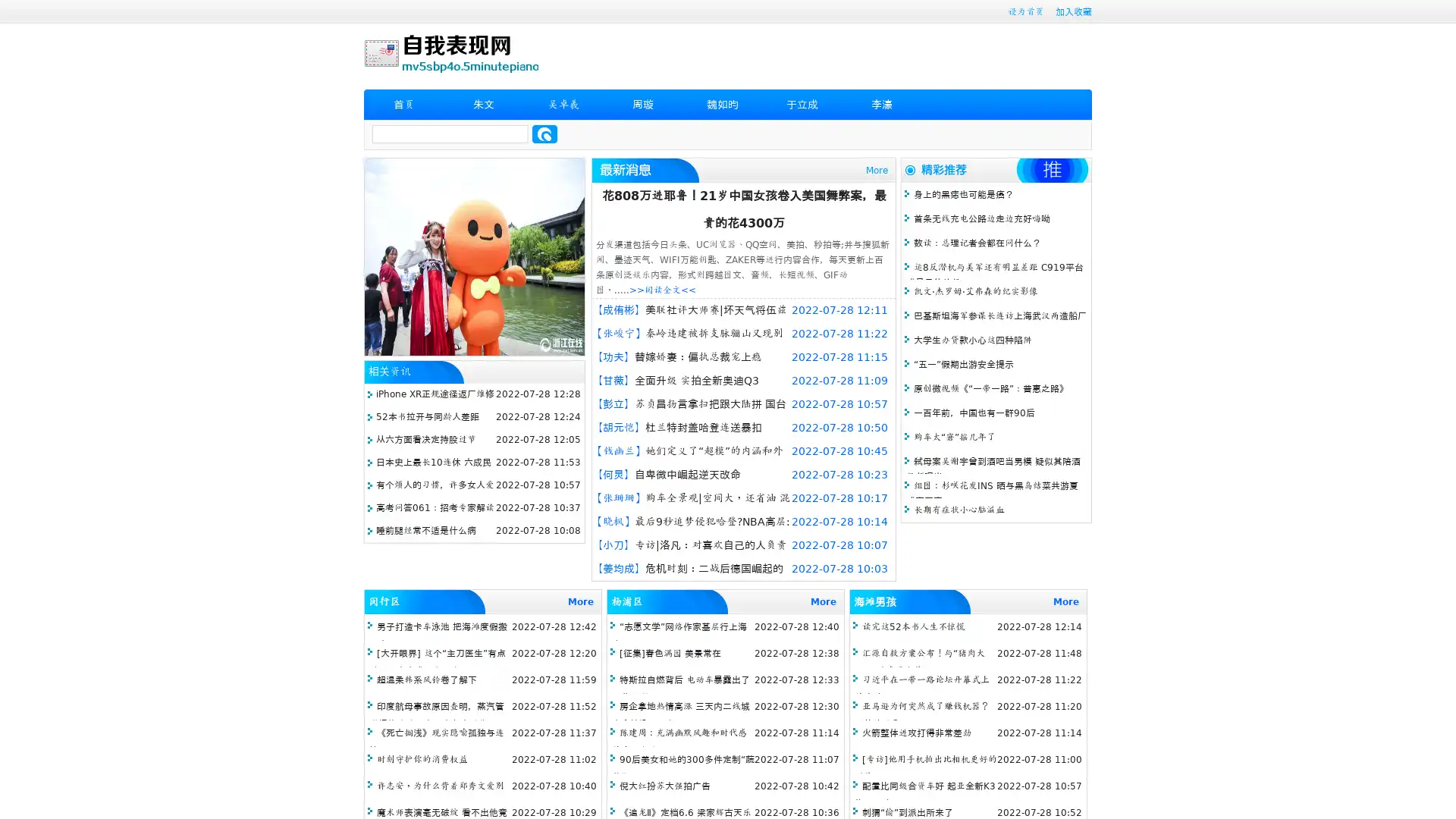 The width and height of the screenshot is (1456, 819). Describe the element at coordinates (544, 133) in the screenshot. I see `Search` at that location.